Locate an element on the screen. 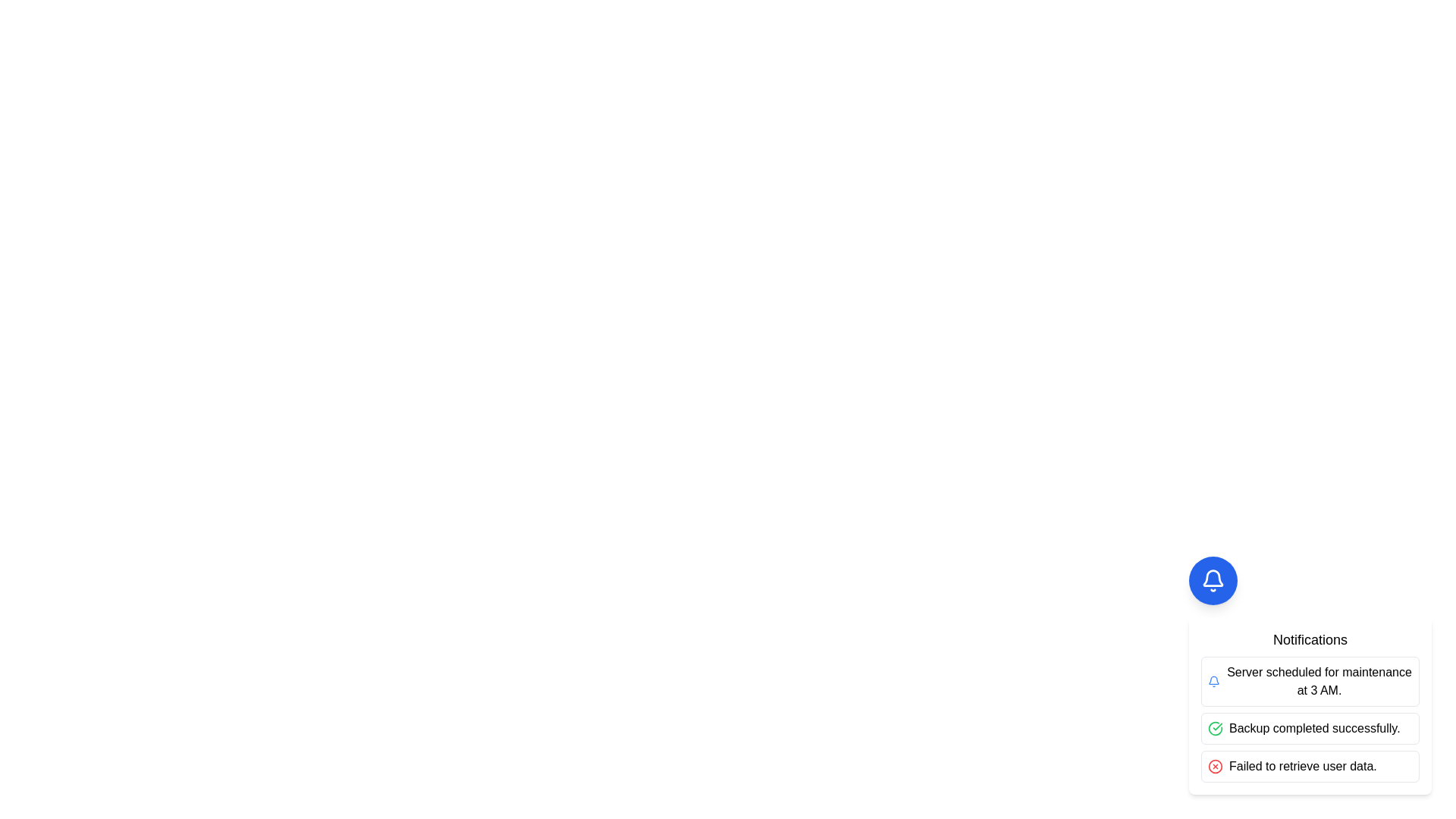 This screenshot has width=1456, height=819. the bold and large textual header labeled 'Notifications' at the top of the white notification panel is located at coordinates (1310, 640).